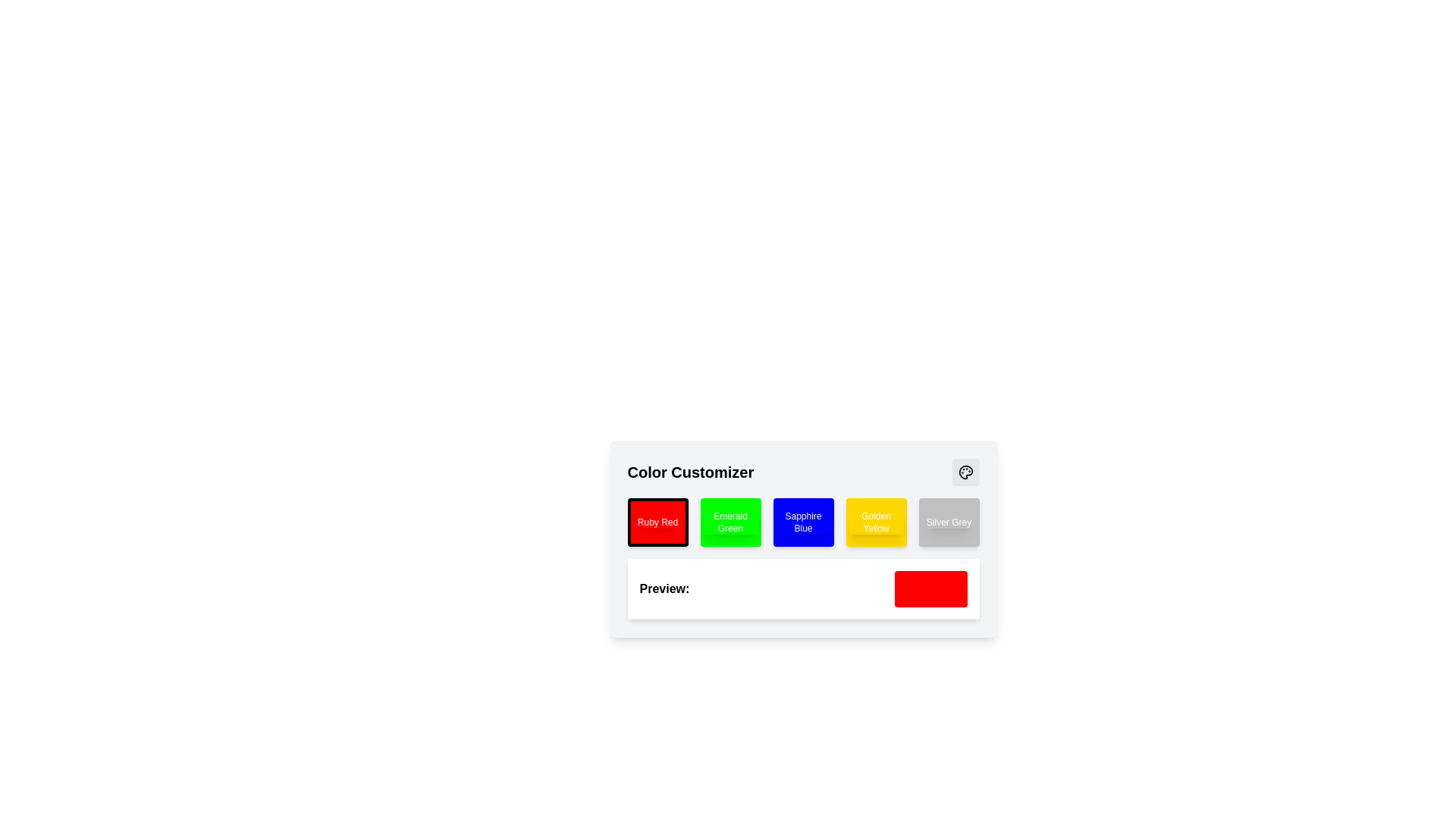  I want to click on the button with a color palette icon located at the rightmost side of the row of color options, so click(965, 472).